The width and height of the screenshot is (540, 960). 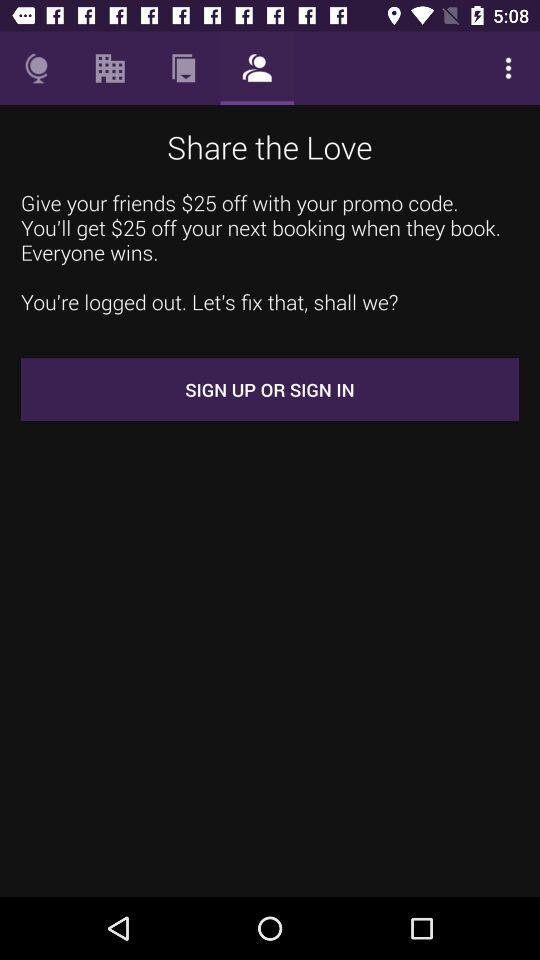 What do you see at coordinates (508, 68) in the screenshot?
I see `the icon above the give your friends item` at bounding box center [508, 68].